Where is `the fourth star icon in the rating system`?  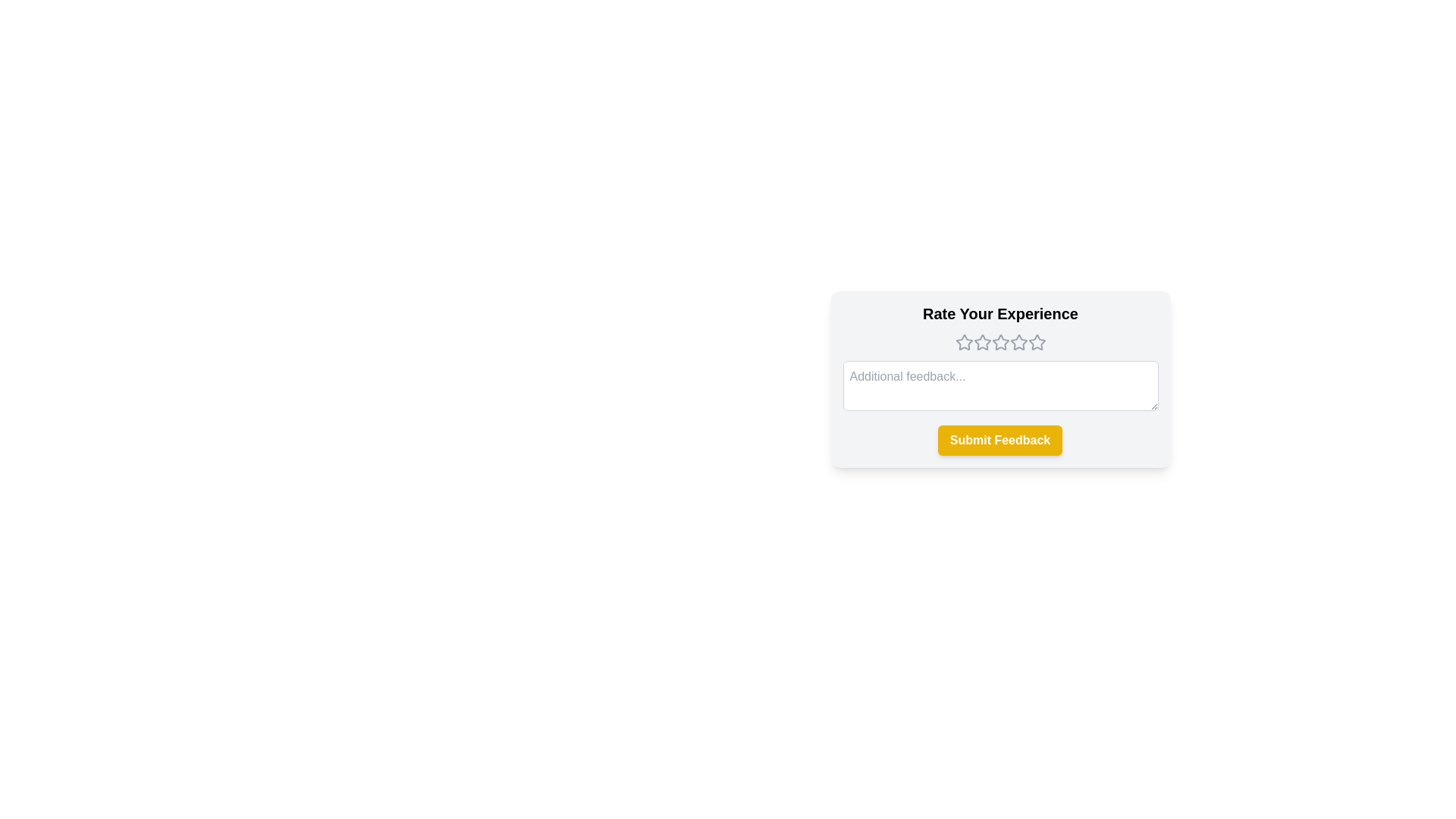
the fourth star icon in the rating system is located at coordinates (1036, 342).